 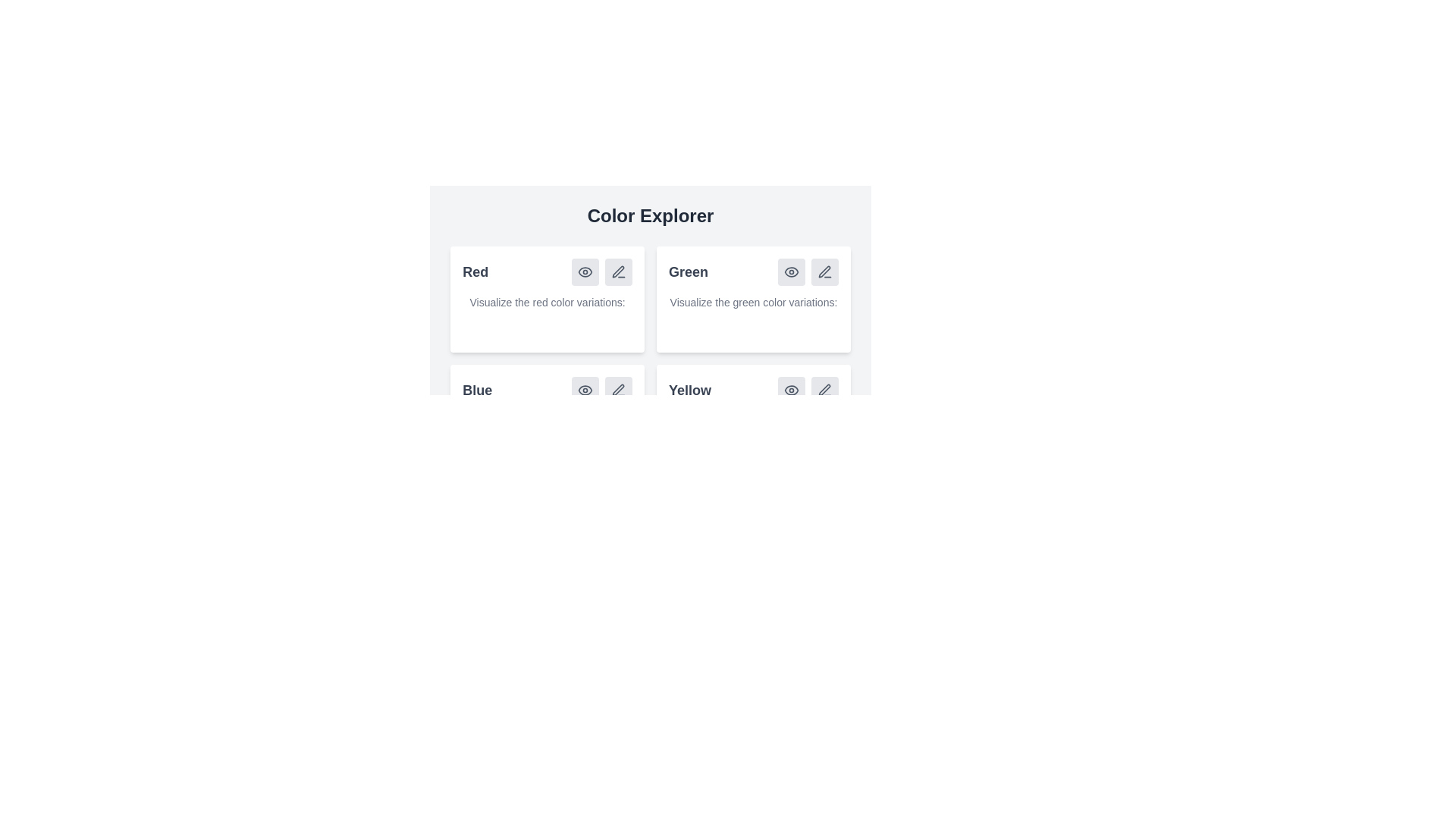 I want to click on the eye icon located within the top-left 'Red' card button, so click(x=585, y=271).